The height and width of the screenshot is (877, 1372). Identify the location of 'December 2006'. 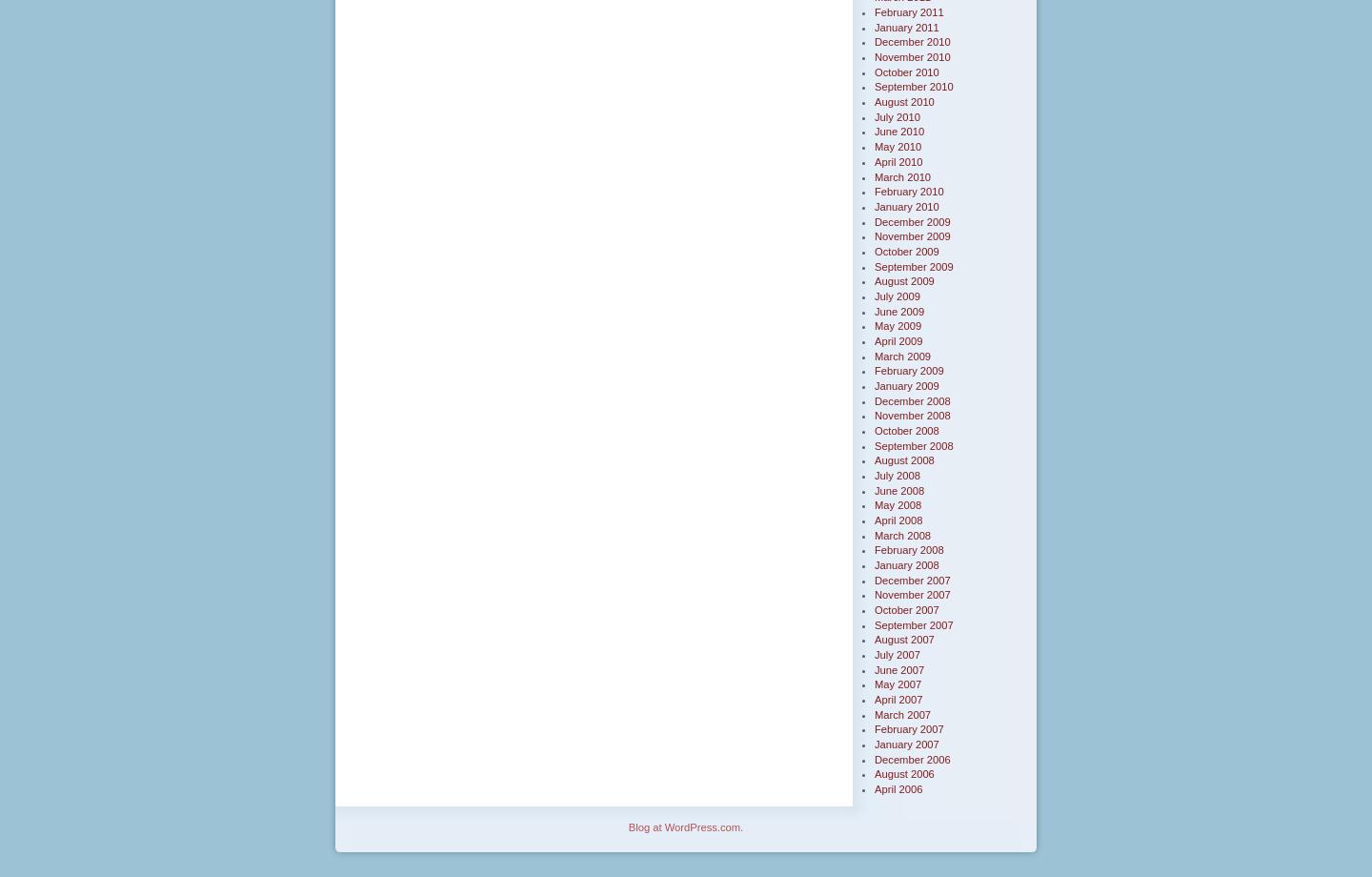
(912, 758).